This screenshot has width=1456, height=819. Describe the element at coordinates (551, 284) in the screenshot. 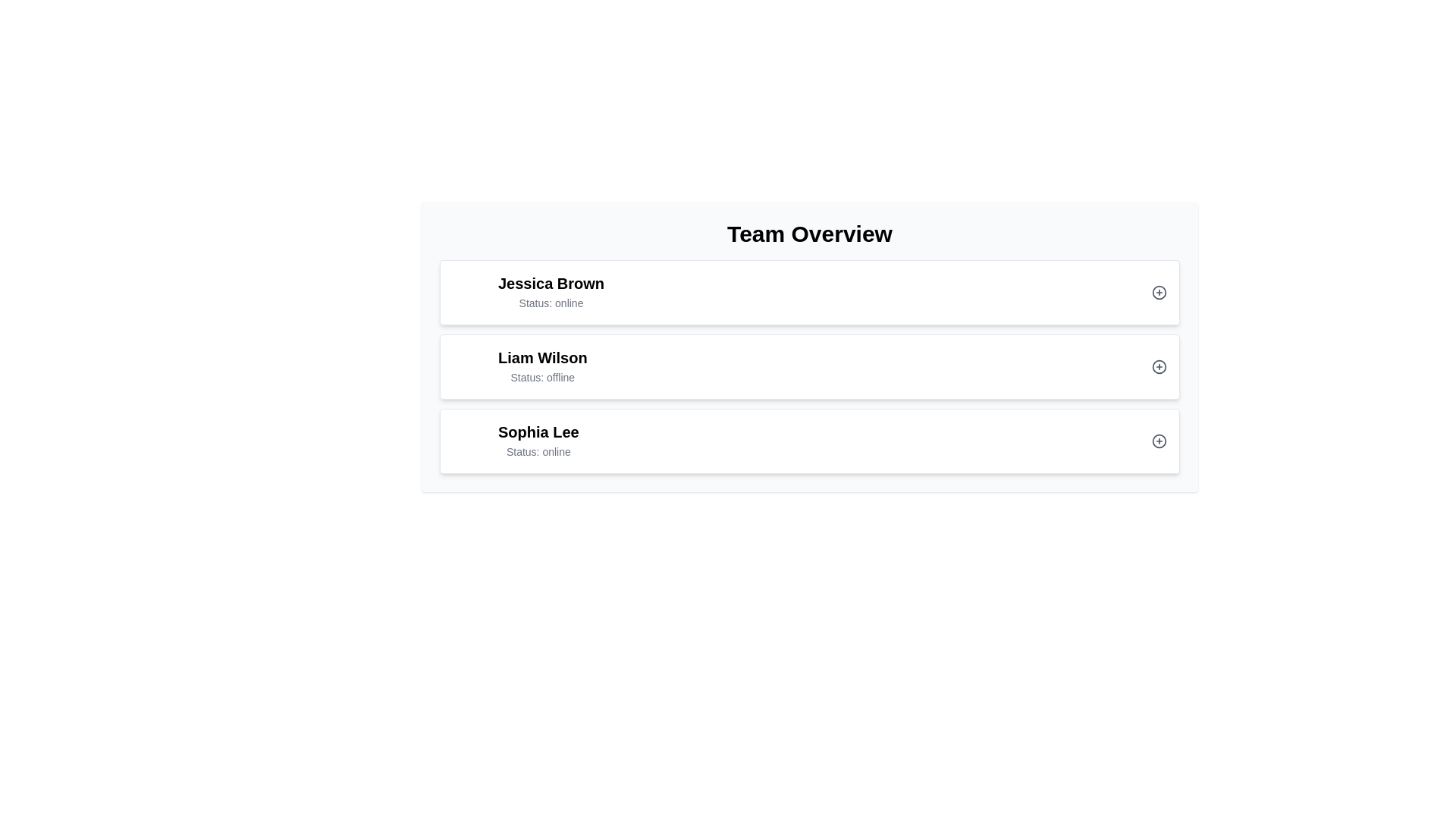

I see `the text label displaying 'Jessica Brown'` at that location.